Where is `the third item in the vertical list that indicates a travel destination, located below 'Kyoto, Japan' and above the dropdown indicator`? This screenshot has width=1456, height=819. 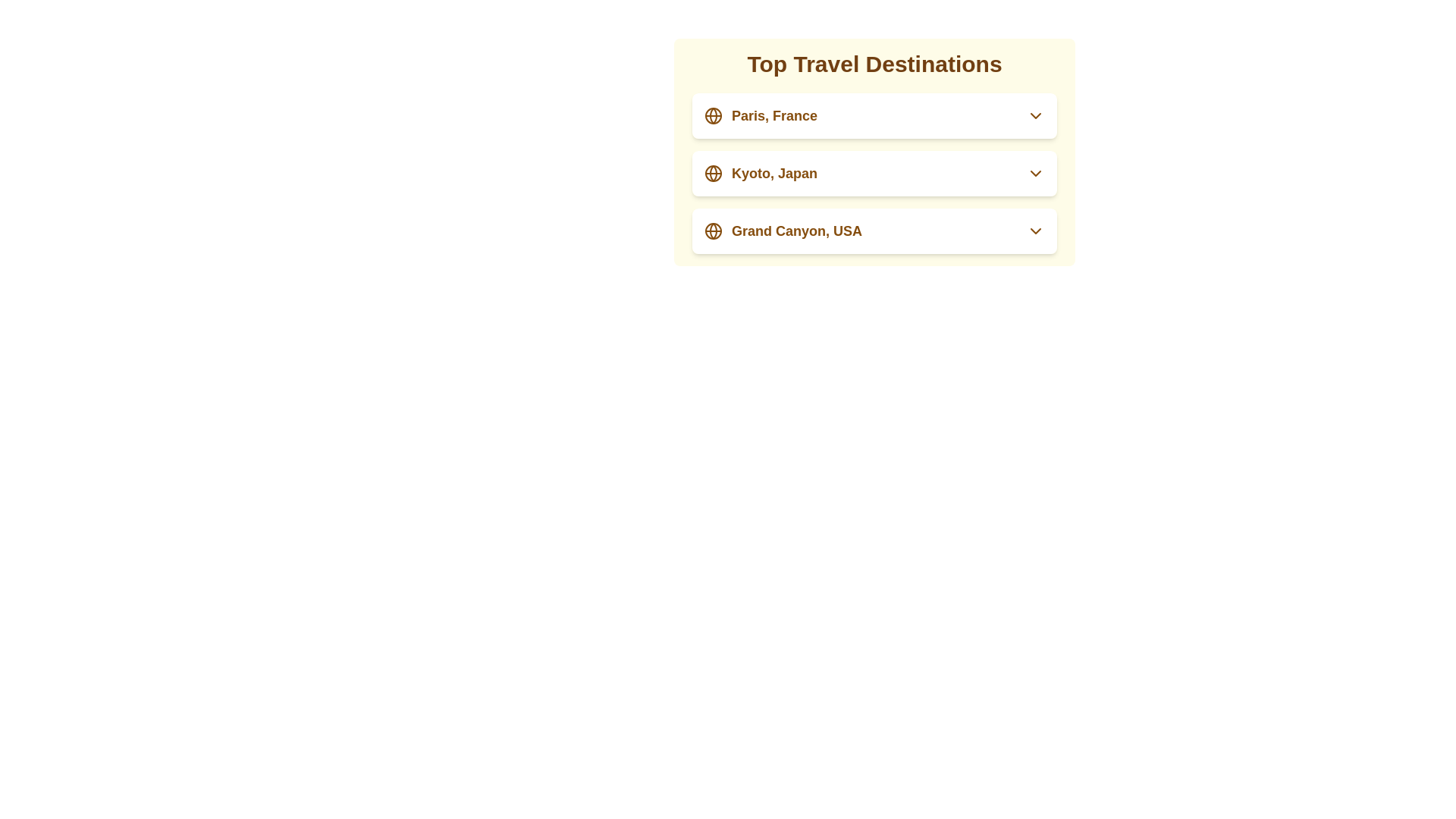 the third item in the vertical list that indicates a travel destination, located below 'Kyoto, Japan' and above the dropdown indicator is located at coordinates (783, 231).